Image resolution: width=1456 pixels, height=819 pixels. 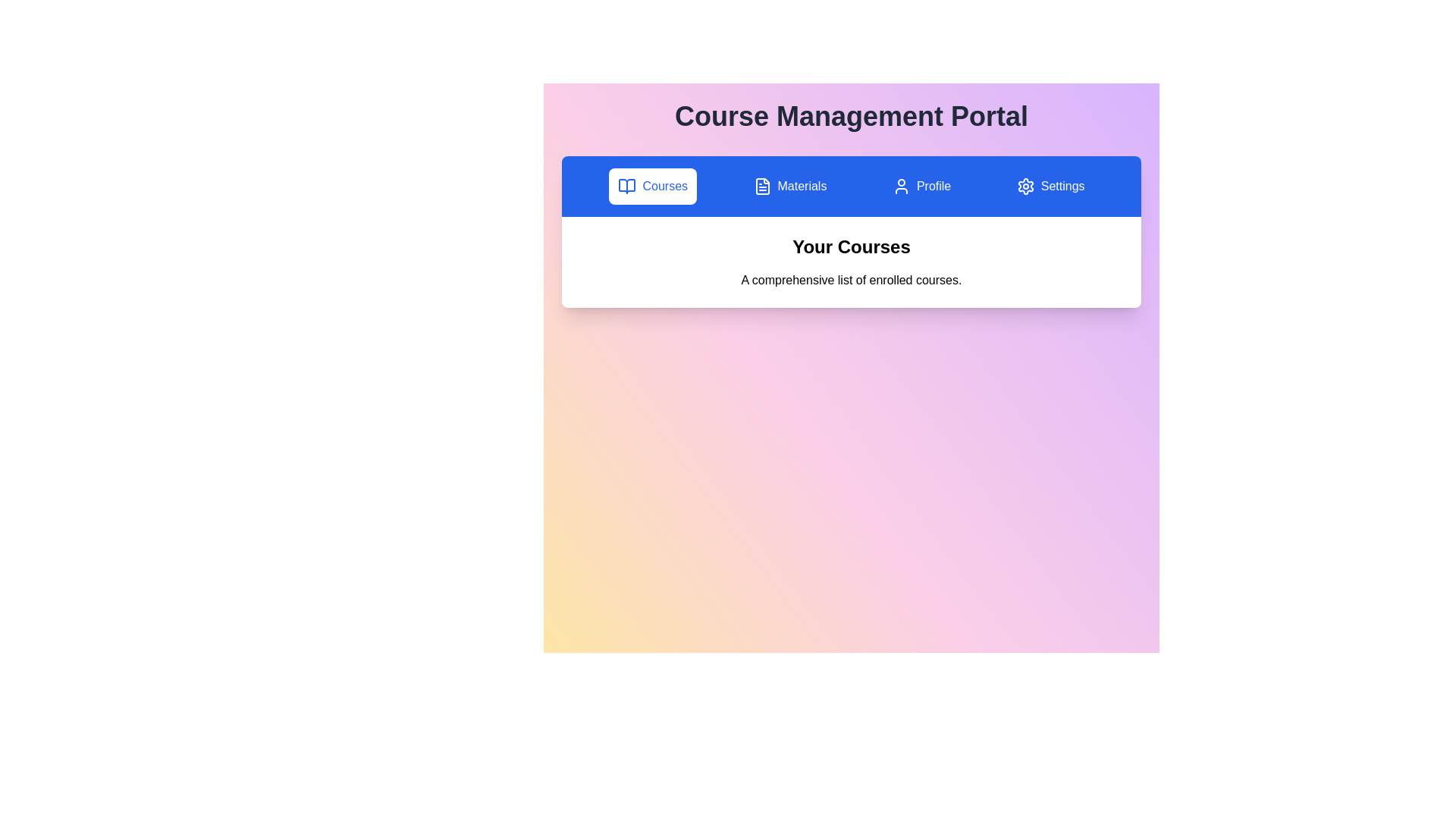 I want to click on the 'Settings' button with a gear icon, which is the fourth button in the horizontal navigation bar at the top of the interface, so click(x=1050, y=186).